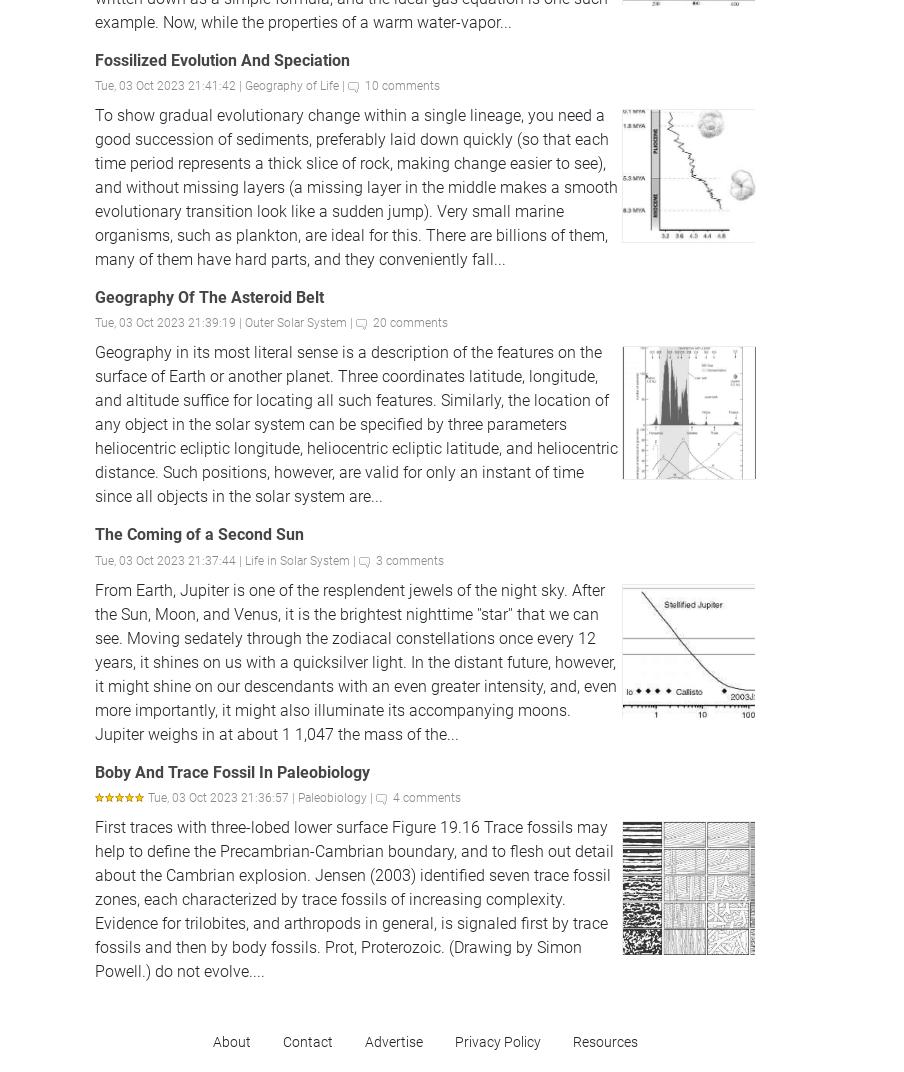 The width and height of the screenshot is (904, 1072). What do you see at coordinates (355, 423) in the screenshot?
I see `'Geography in its most literal sense is a description of the features on the surface of Earth or another planet. Three coordinates latitude, longitude, and altitude suffice for locating all such features. Similarly, the location of any object in the solar system can be specified by three parameters heliocentric ecliptic longitude, heliocentric ecliptic latitude, and heliocentric distance. Such positions, however, are valid for only an instant of time since all objects in the solar system are...'` at bounding box center [355, 423].